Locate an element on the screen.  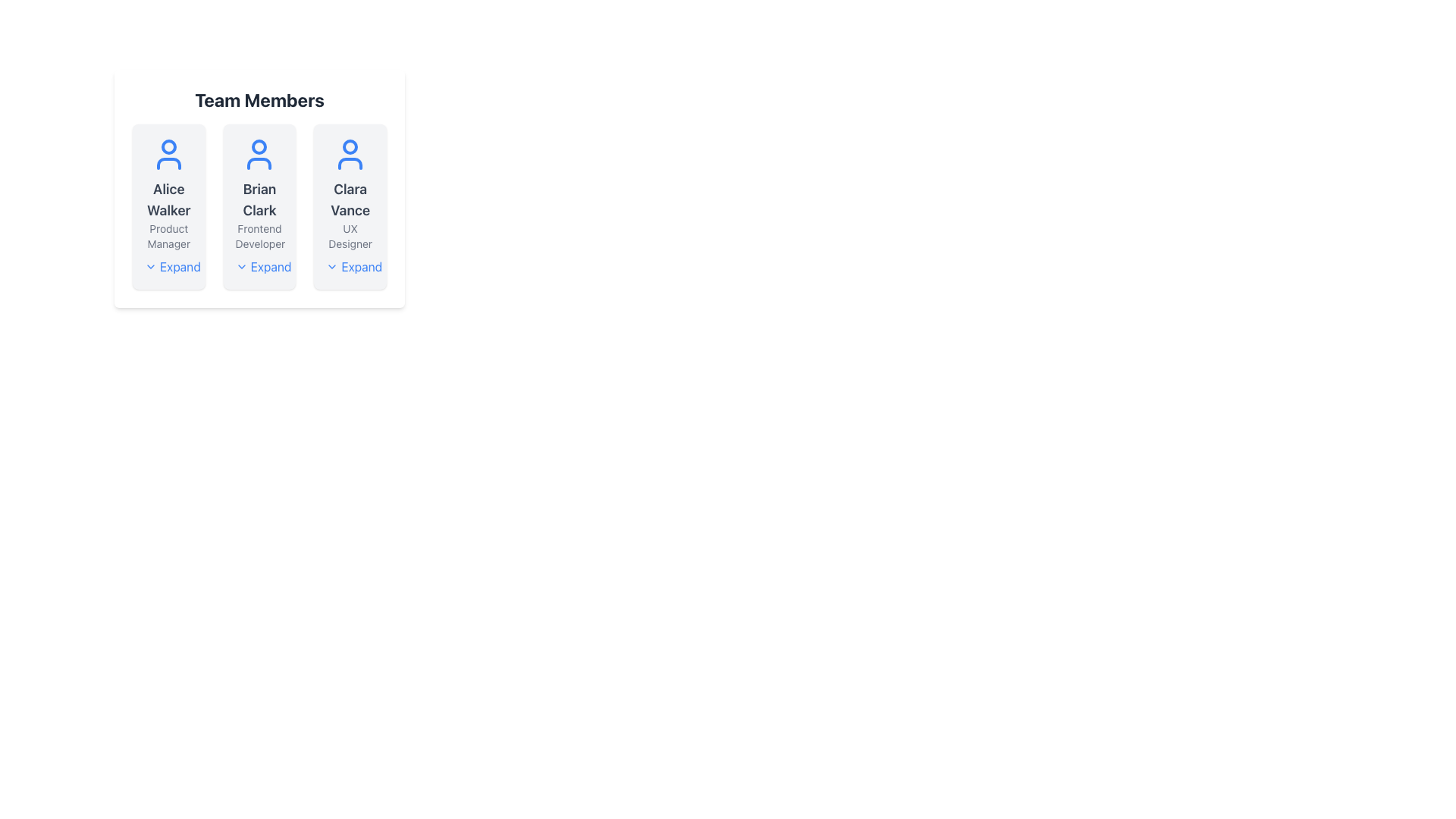
the text component displaying the name 'Brian Clark' in bold and large font, which is part of the profile card and positioned centrally within its area is located at coordinates (259, 199).